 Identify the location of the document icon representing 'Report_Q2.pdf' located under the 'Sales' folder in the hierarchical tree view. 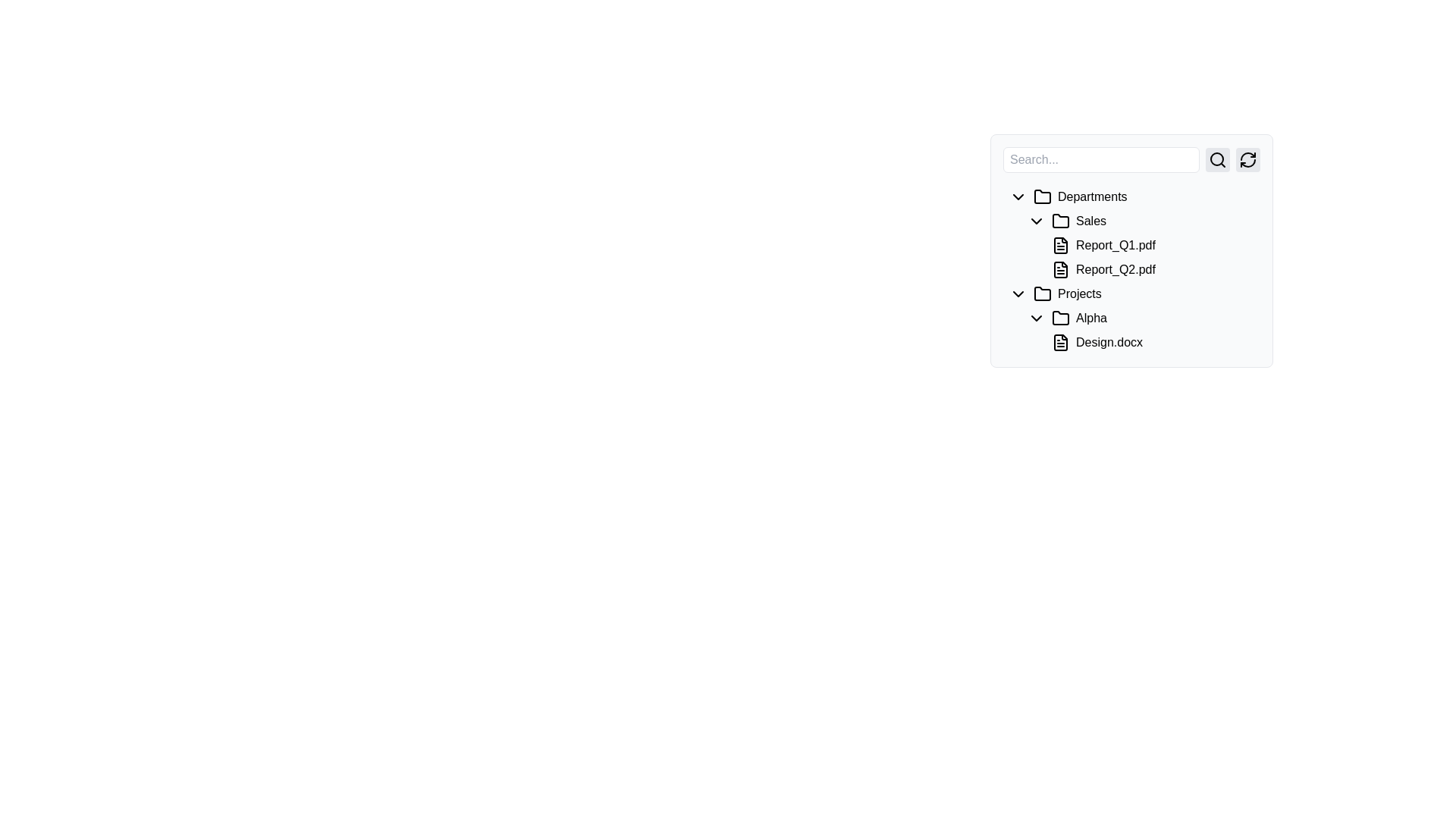
(1059, 268).